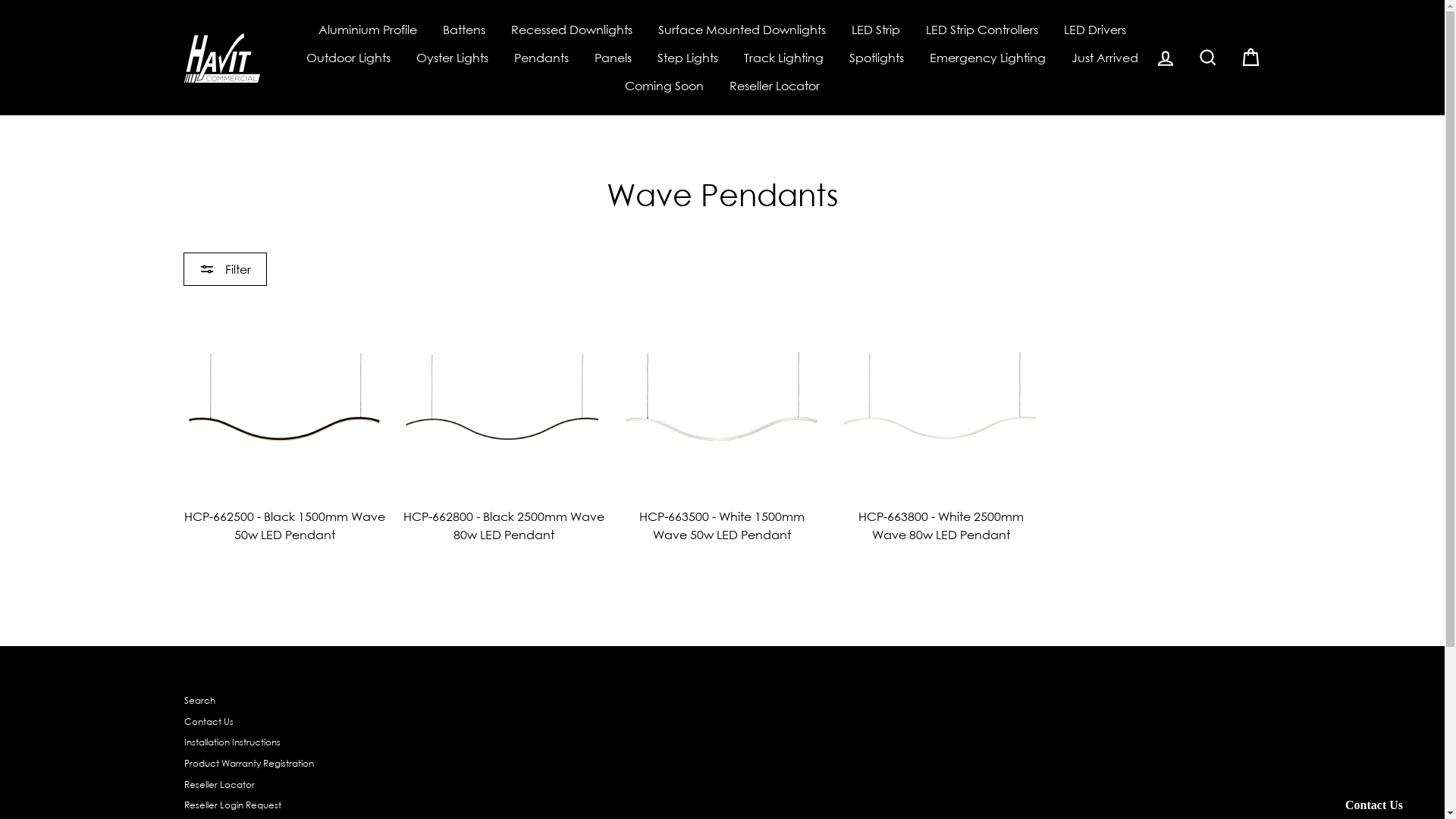 The image size is (1456, 819). I want to click on 'HCP-663800 - White 2500mm Wave 80w LED Pendant', so click(940, 424).